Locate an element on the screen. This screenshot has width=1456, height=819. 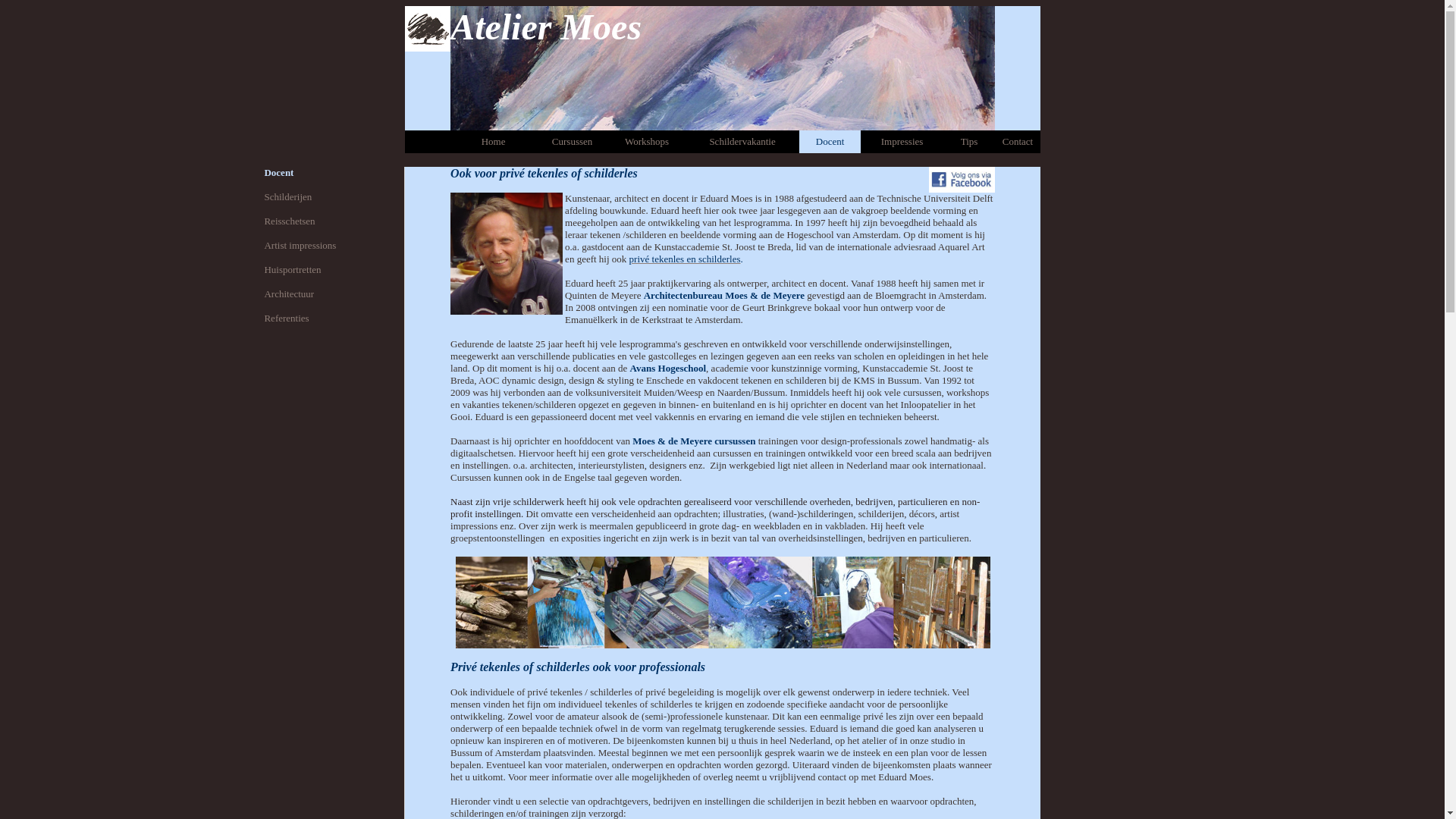
'Huisportretten' is located at coordinates (292, 268).